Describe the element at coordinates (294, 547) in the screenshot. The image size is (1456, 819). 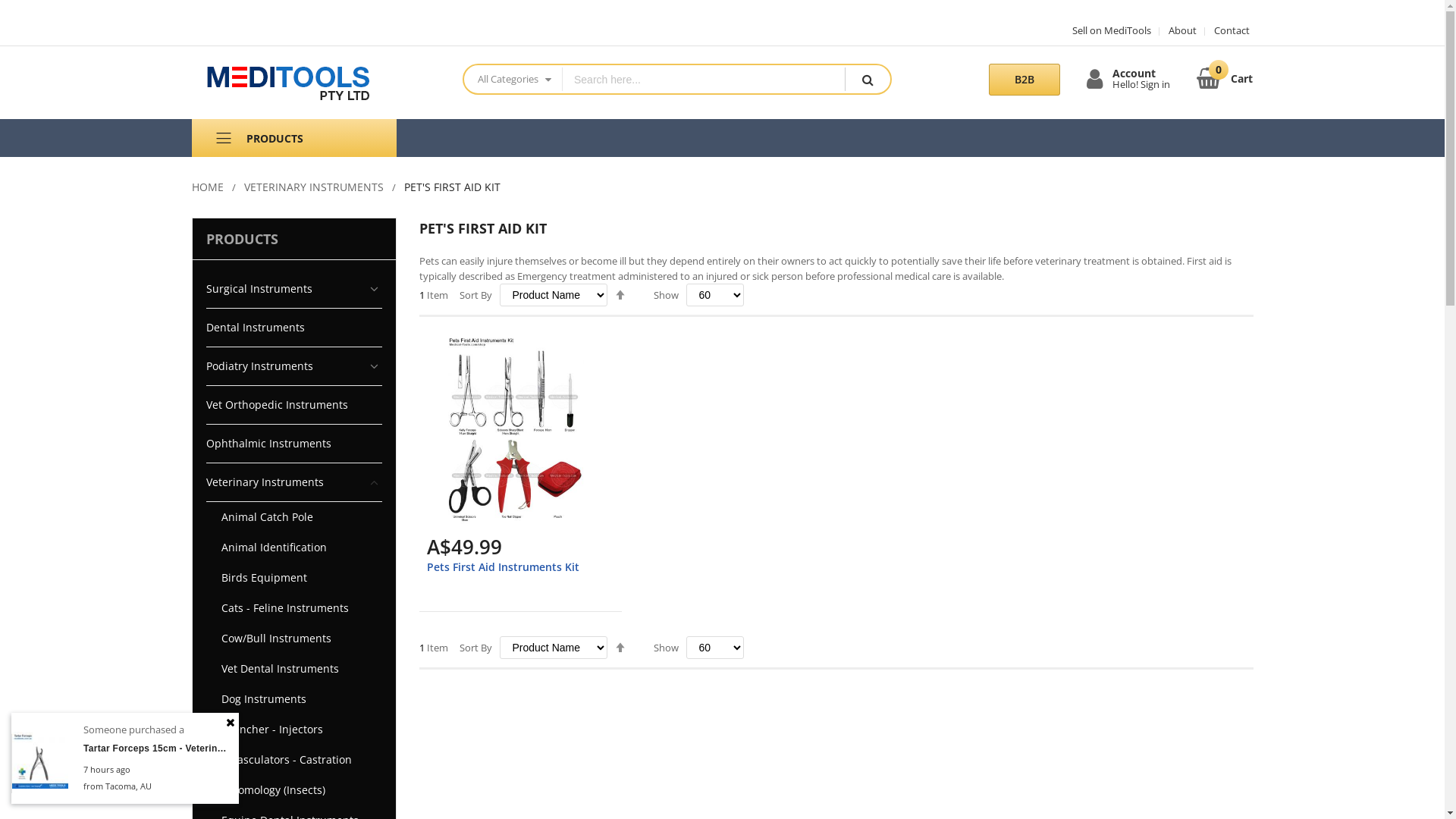
I see `'Animal Identification'` at that location.